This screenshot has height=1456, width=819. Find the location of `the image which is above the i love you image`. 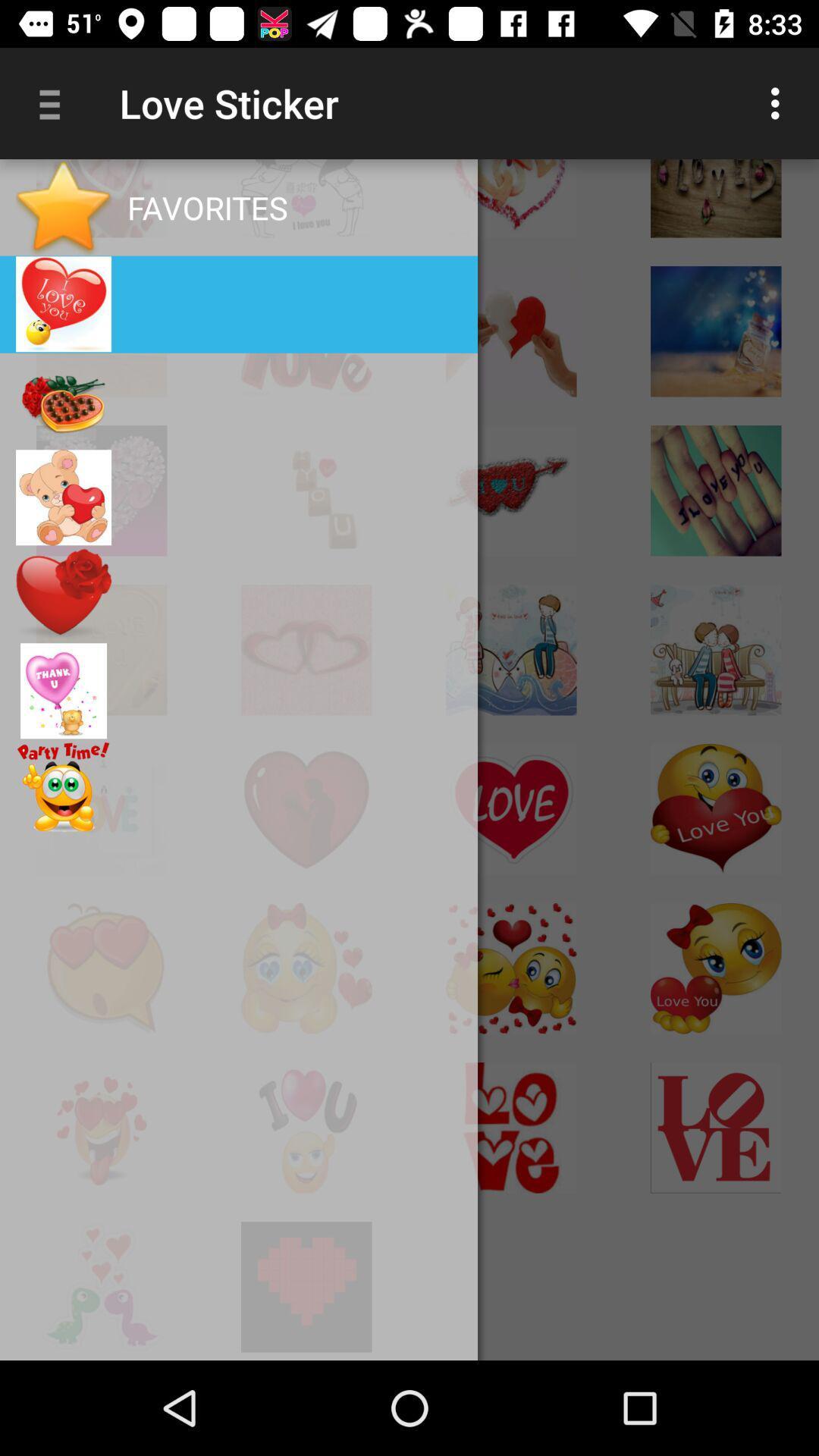

the image which is above the i love you image is located at coordinates (716, 331).